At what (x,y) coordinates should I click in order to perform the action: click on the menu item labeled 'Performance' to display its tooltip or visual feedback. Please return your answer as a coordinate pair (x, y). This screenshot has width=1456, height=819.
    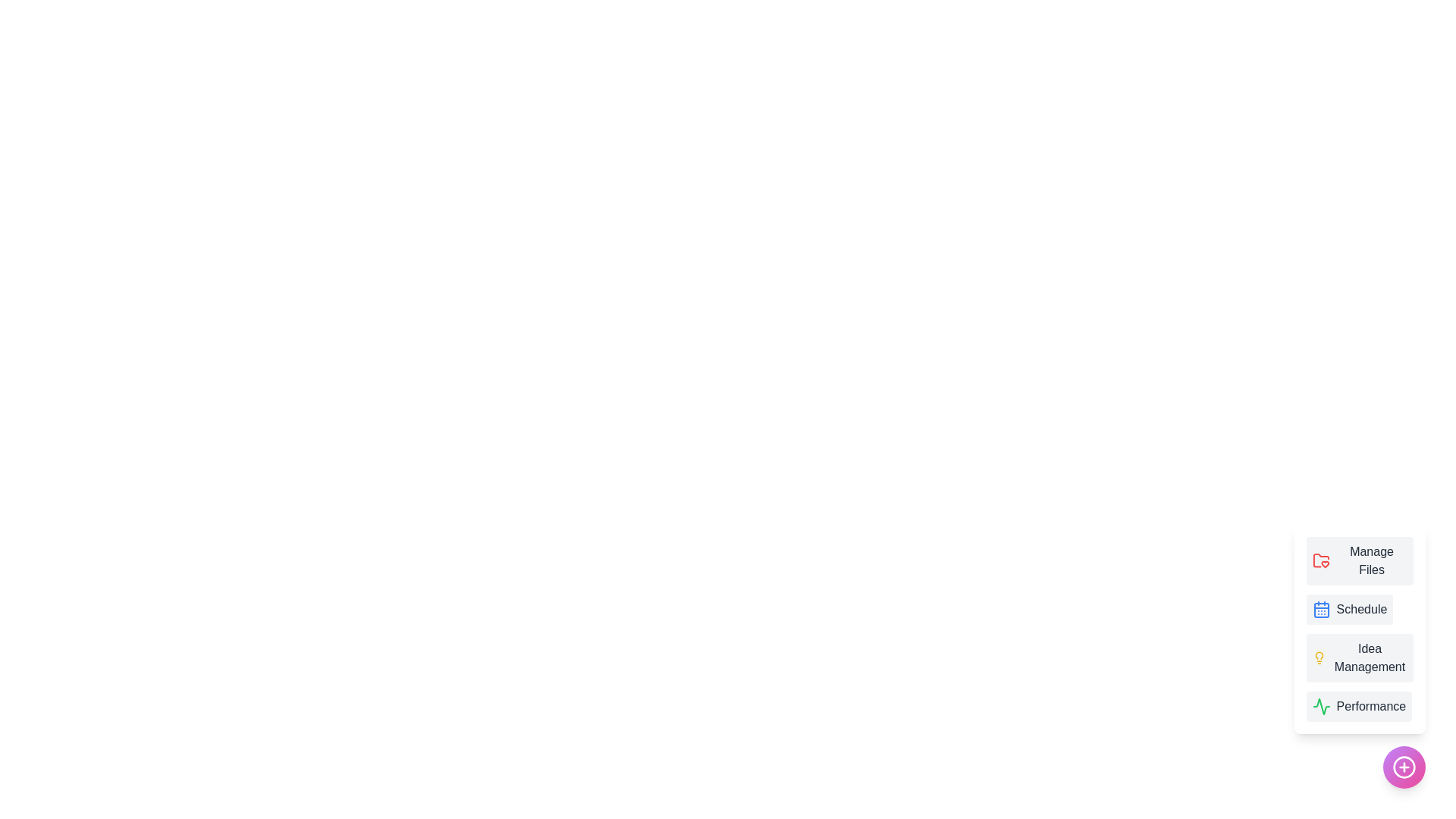
    Looking at the image, I should click on (1359, 707).